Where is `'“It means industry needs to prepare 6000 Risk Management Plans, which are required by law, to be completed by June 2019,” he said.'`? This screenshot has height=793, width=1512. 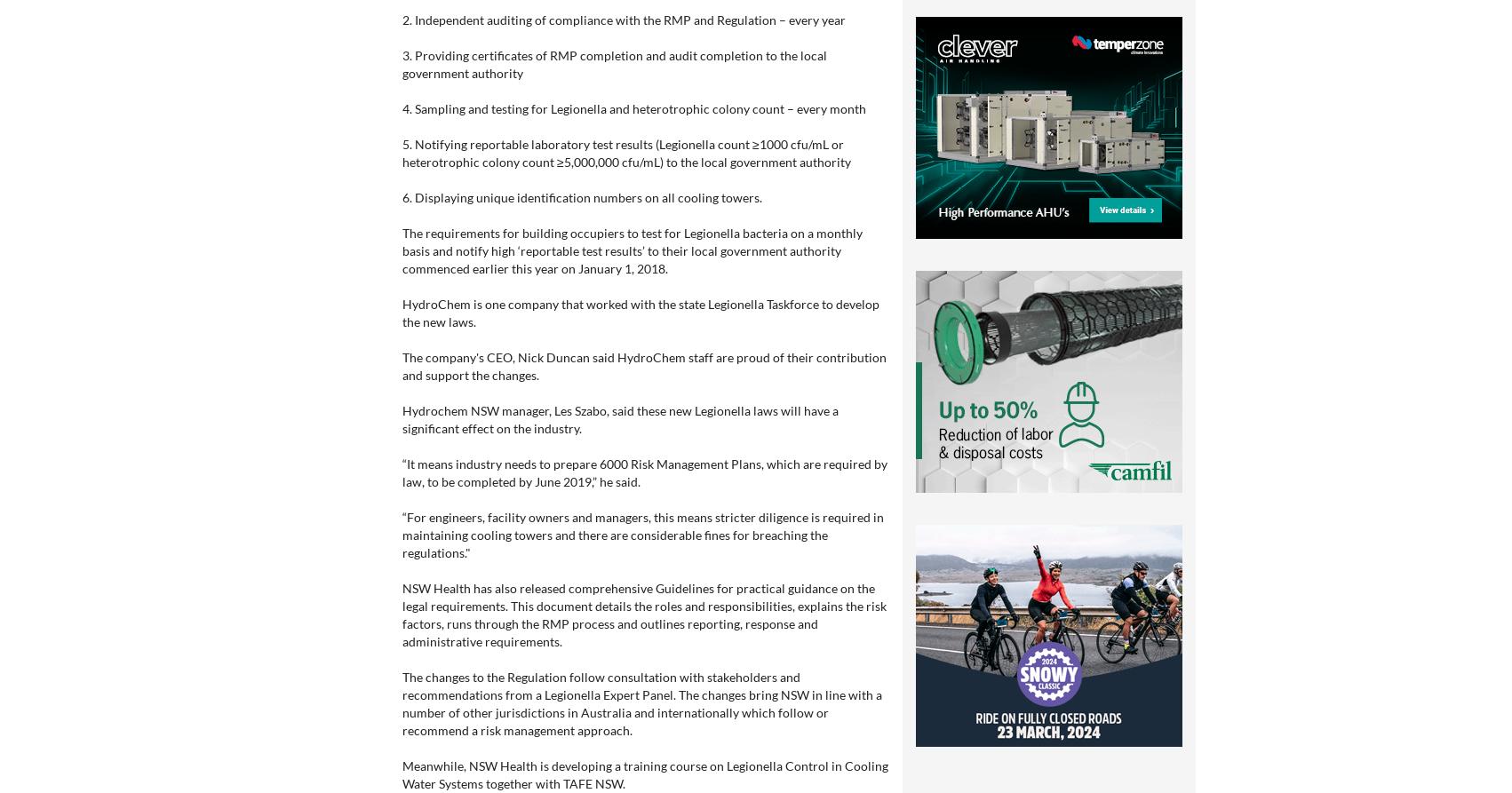
'“It means industry needs to prepare 6000 Risk Management Plans, which are required by law, to be completed by June 2019,” he said.' is located at coordinates (644, 472).